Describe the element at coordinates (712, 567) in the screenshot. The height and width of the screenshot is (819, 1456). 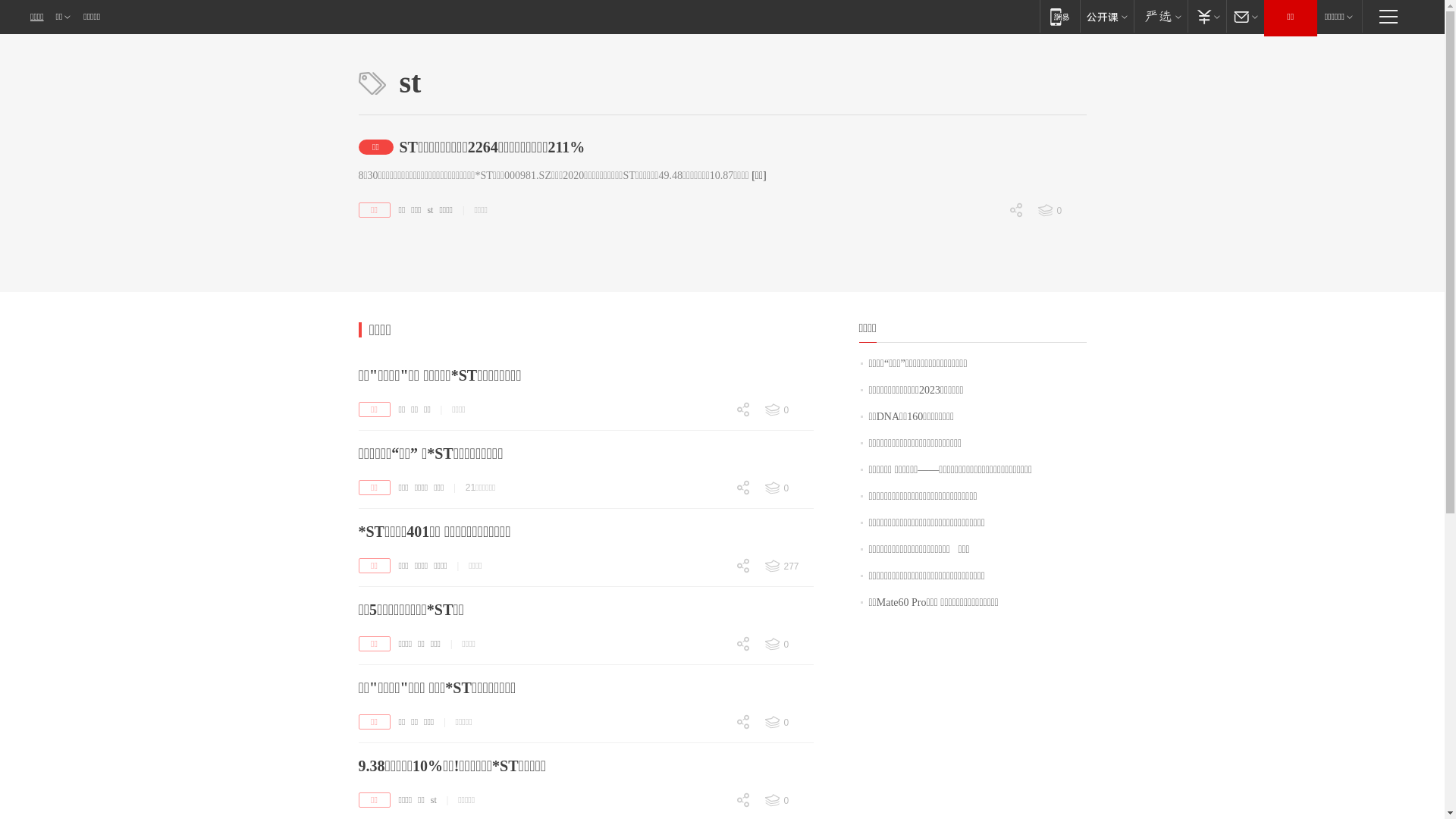
I see `'0'` at that location.